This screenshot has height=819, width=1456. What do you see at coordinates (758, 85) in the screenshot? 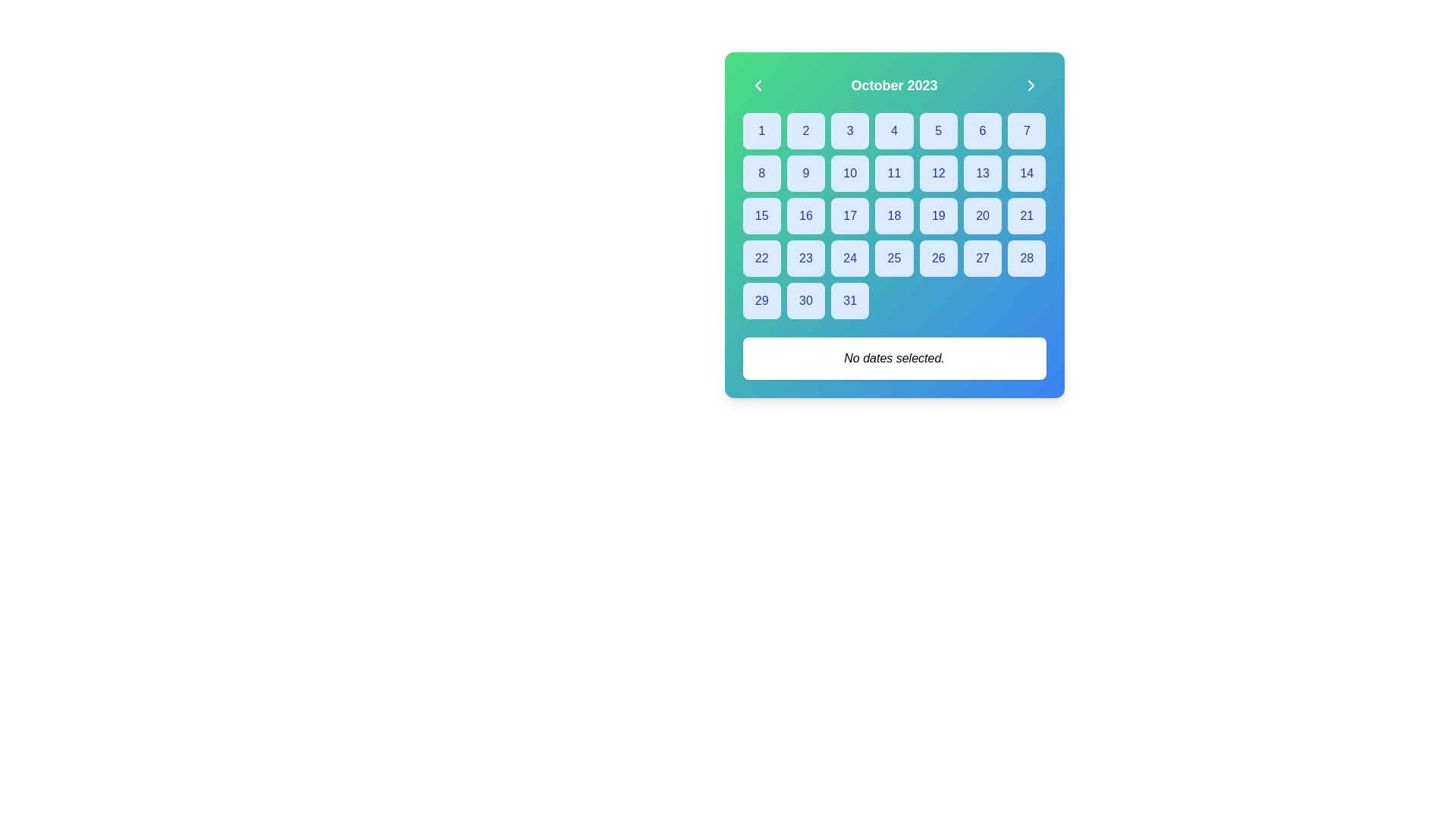
I see `the small, square-shaped green button with a leftward-pointing chevron icon` at bounding box center [758, 85].